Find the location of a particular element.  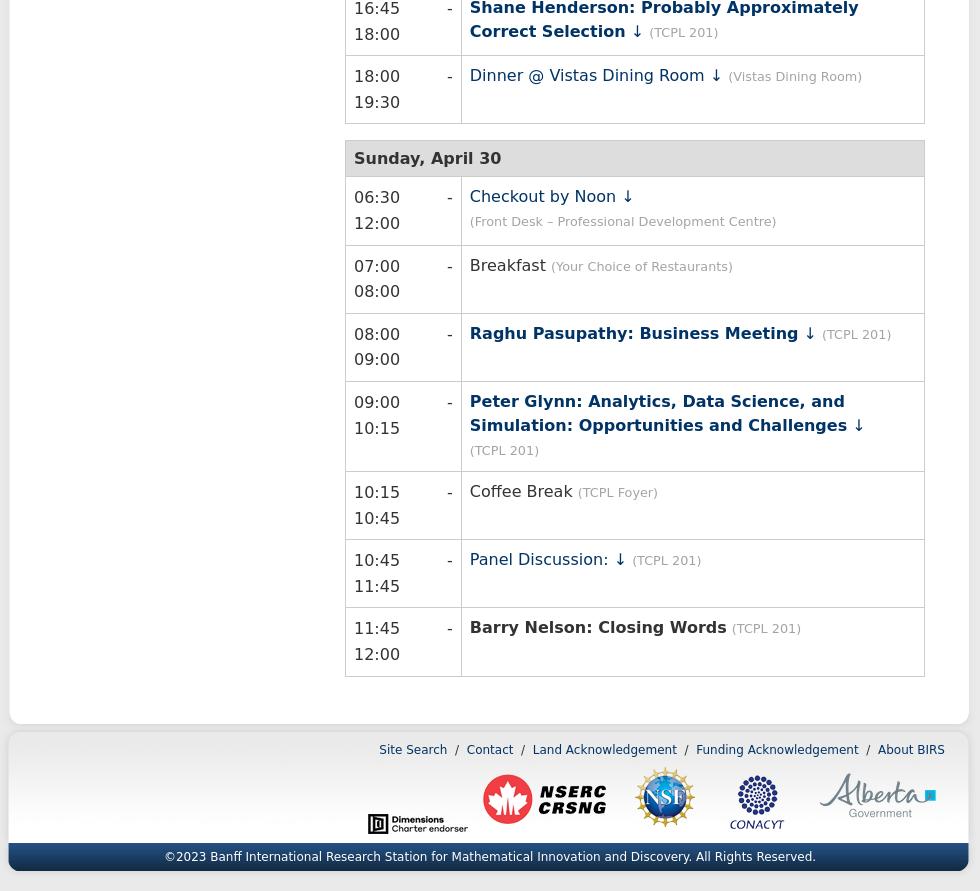

'©2023 Banff International Research Station for Mathematical Innovation and Discovery. All Rights Reserved.' is located at coordinates (489, 854).